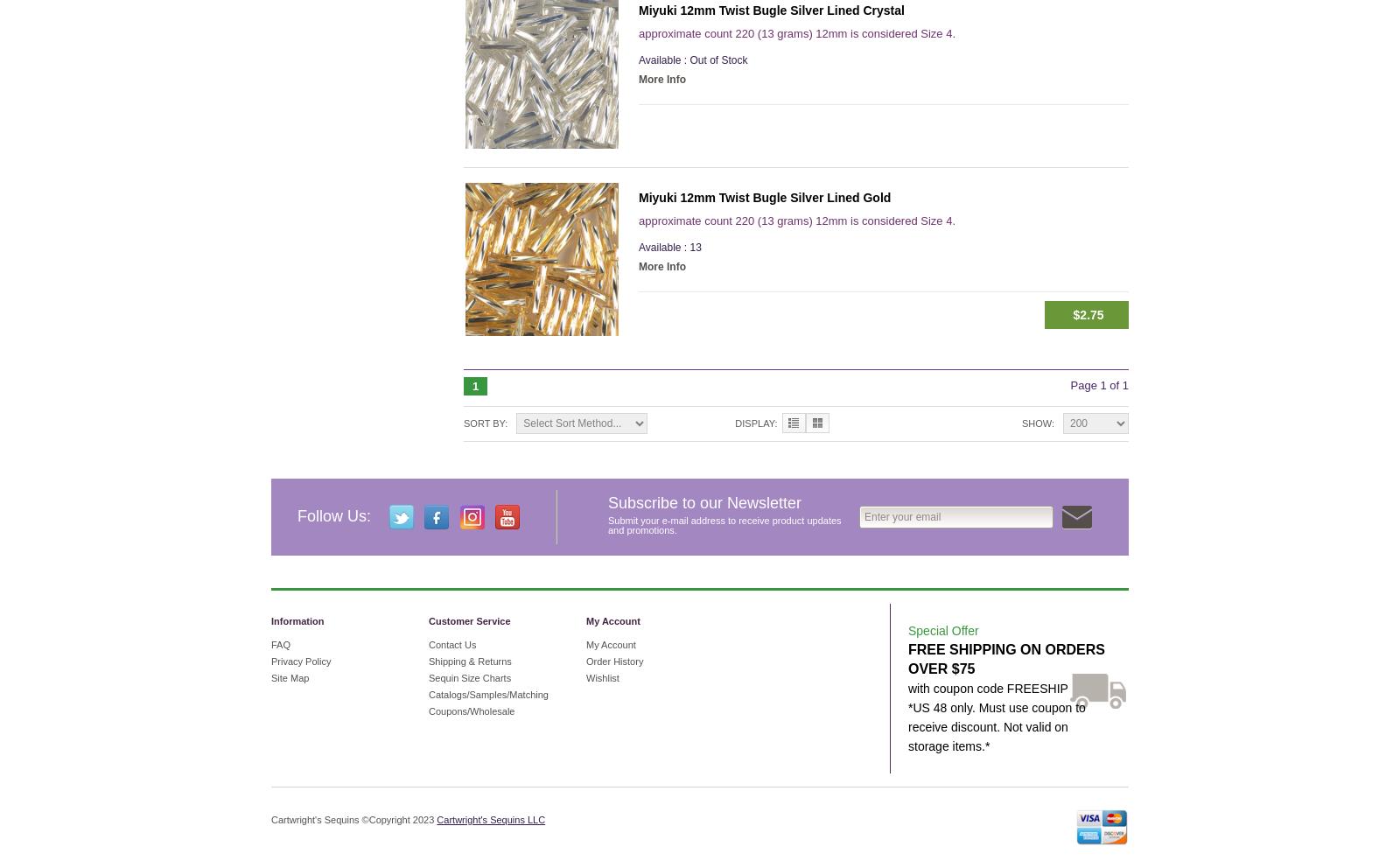  Describe the element at coordinates (462, 423) in the screenshot. I see `'Sort By:'` at that location.